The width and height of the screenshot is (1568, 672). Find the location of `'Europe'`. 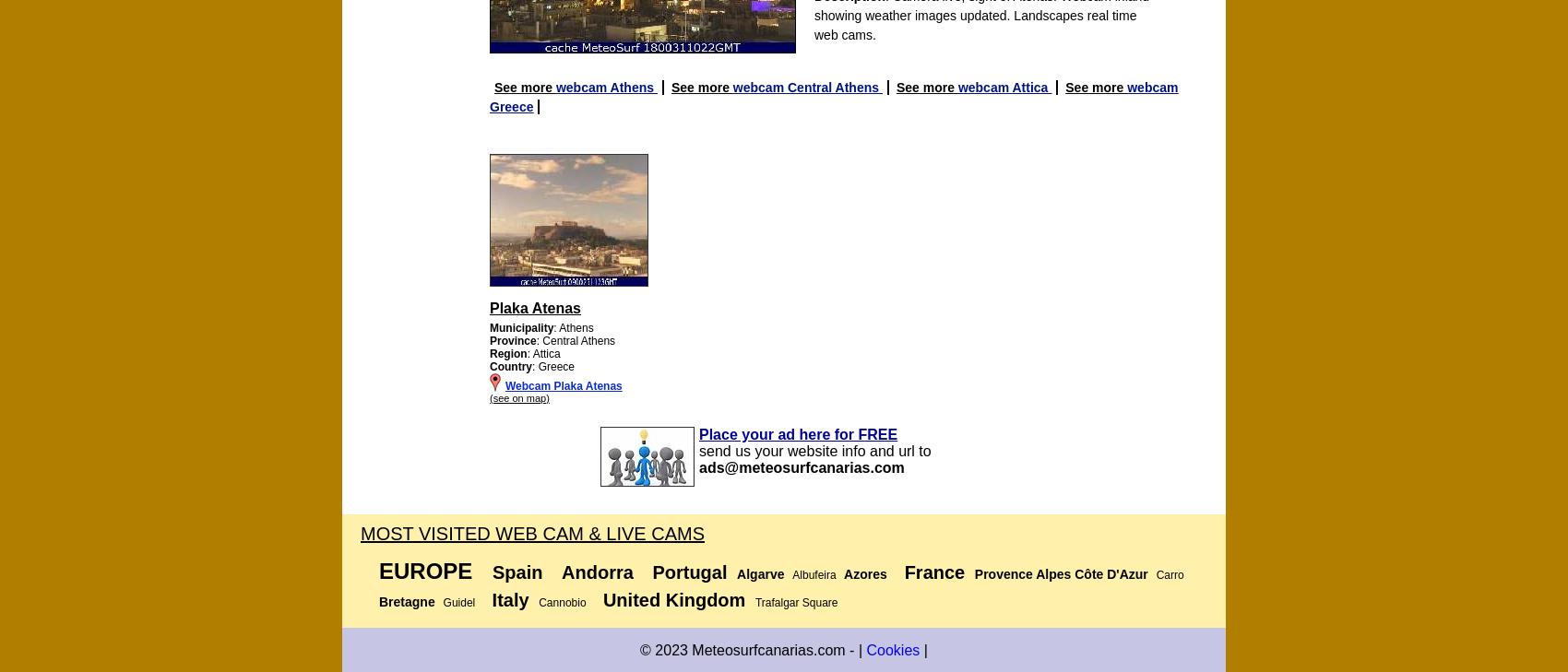

'Europe' is located at coordinates (425, 571).